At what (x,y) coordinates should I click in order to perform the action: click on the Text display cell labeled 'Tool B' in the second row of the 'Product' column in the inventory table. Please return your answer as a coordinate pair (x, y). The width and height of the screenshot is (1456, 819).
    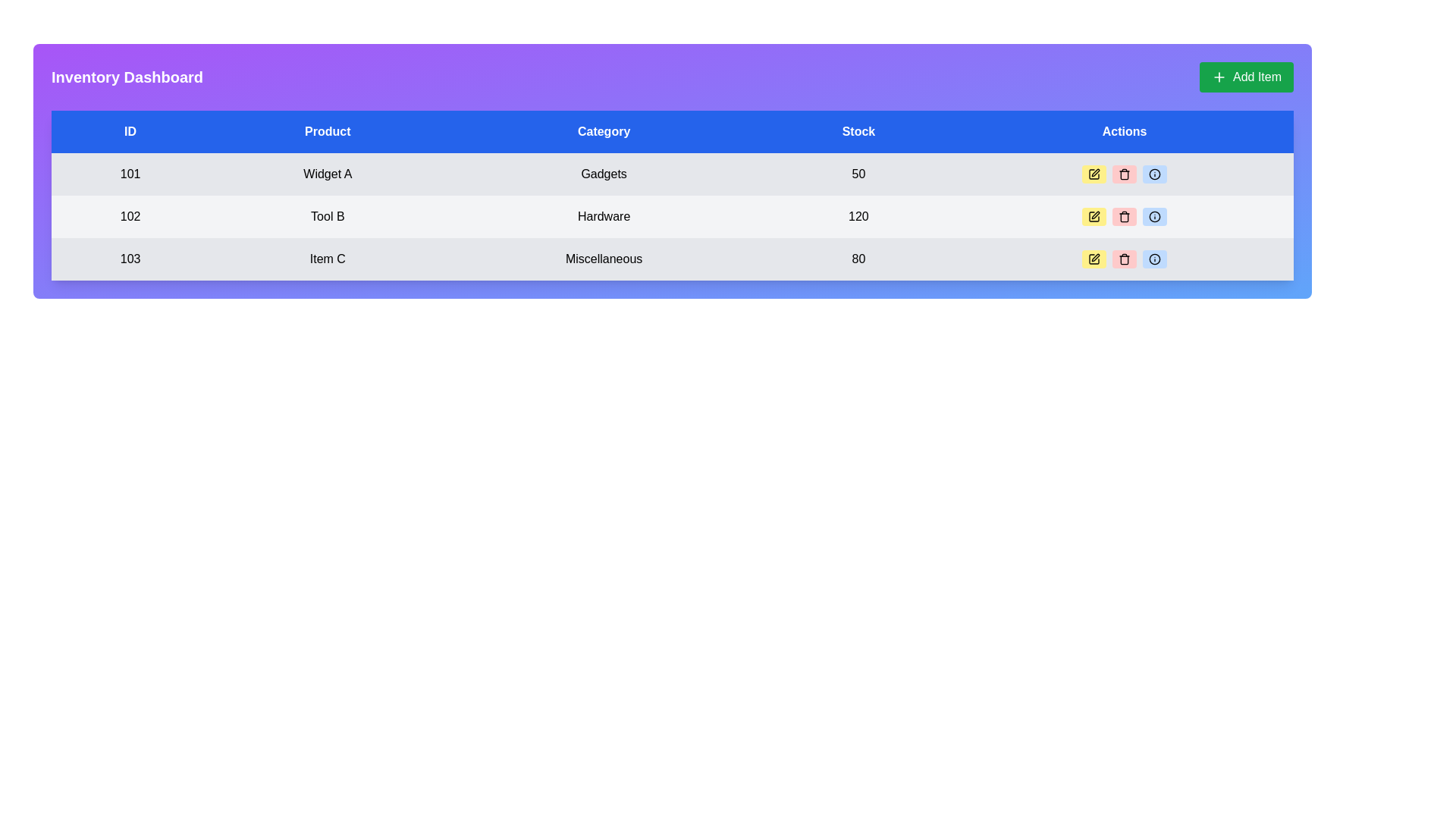
    Looking at the image, I should click on (327, 216).